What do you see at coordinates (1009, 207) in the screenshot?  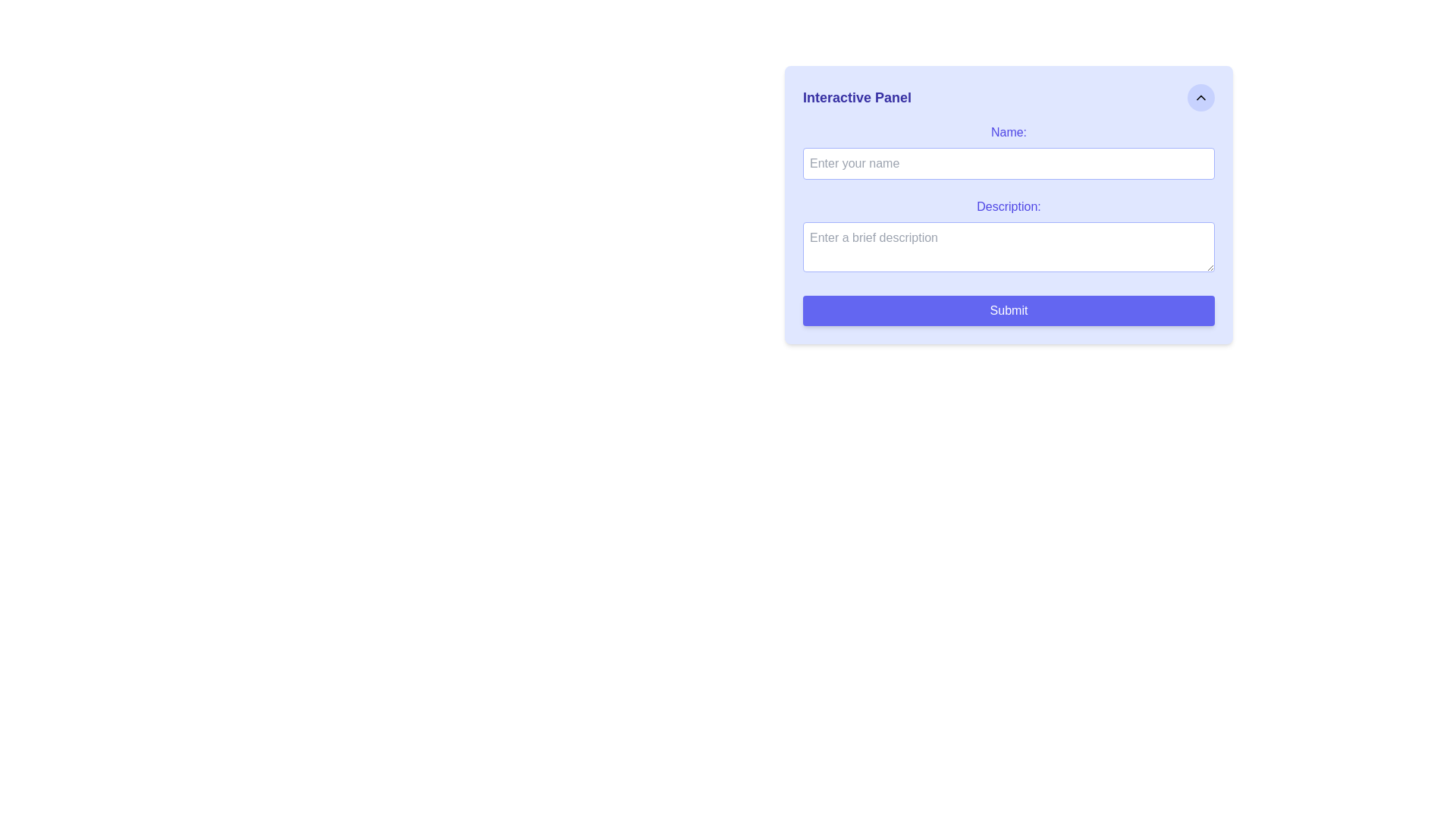 I see `the text label displaying 'Description:' in purple, positioned below the 'Name:' input field and above the description input area` at bounding box center [1009, 207].